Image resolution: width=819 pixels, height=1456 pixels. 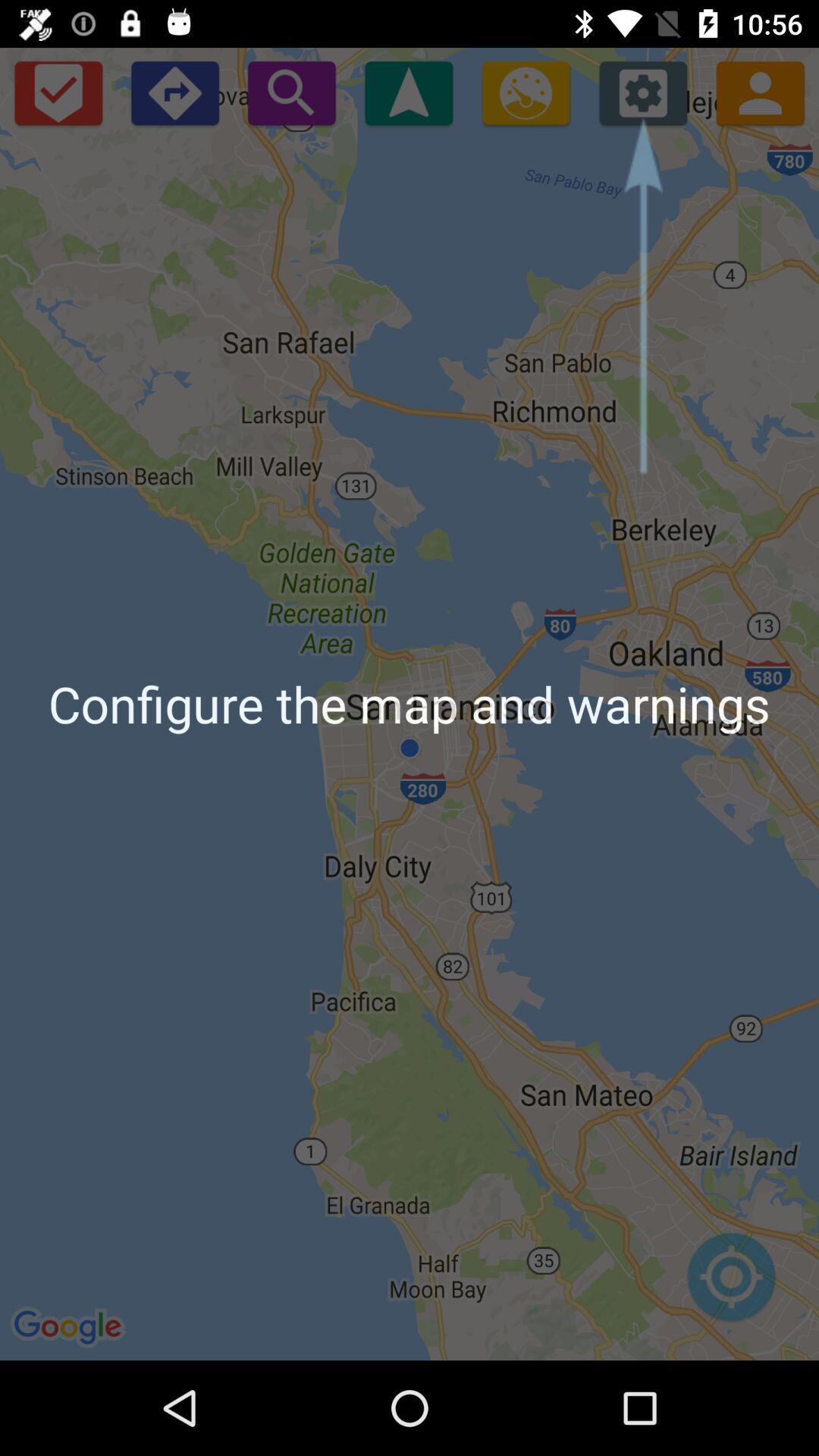 What do you see at coordinates (730, 1284) in the screenshot?
I see `jump to current location on the map` at bounding box center [730, 1284].